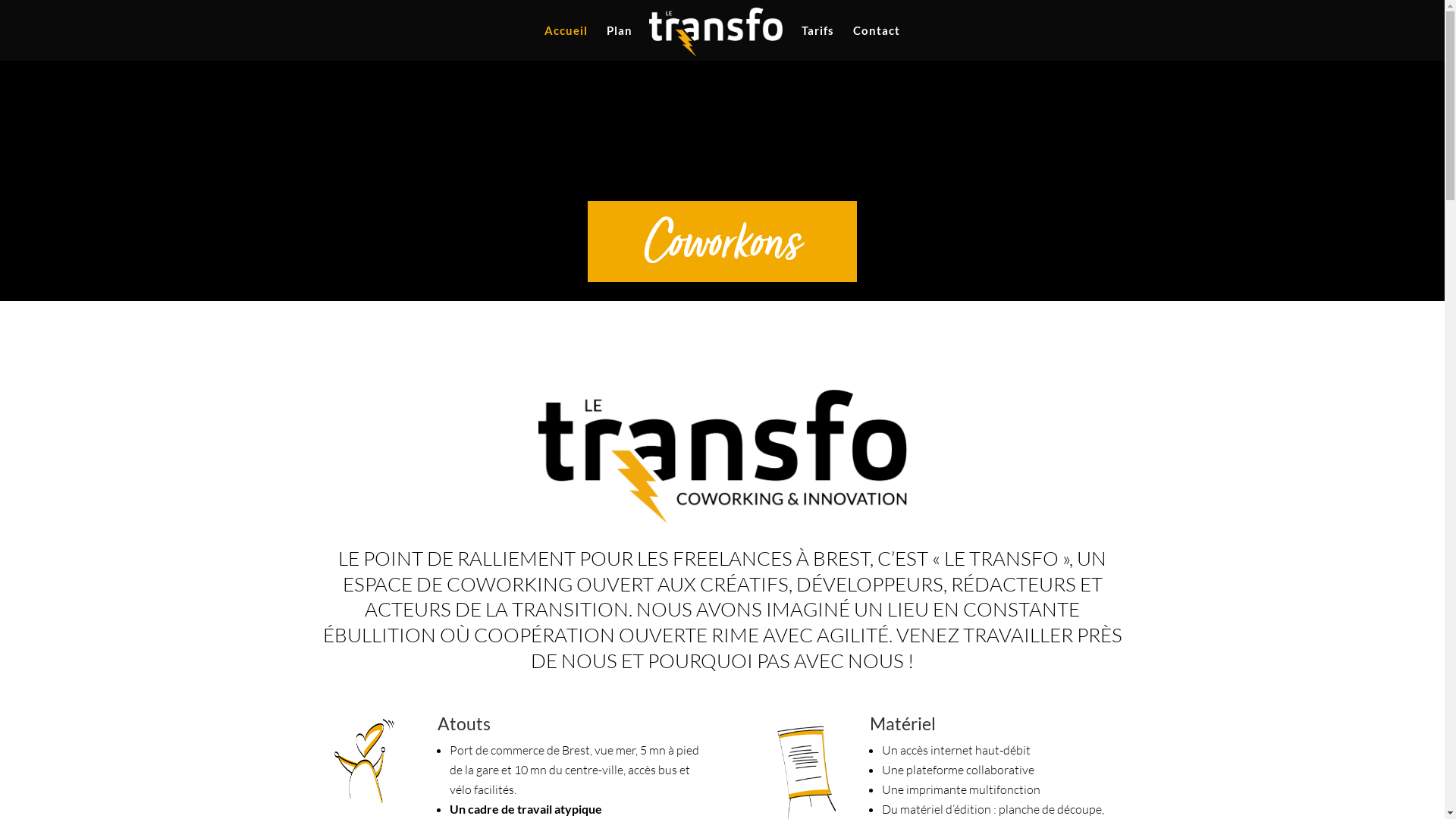 The height and width of the screenshot is (819, 1456). What do you see at coordinates (877, 42) in the screenshot?
I see `'Contact'` at bounding box center [877, 42].